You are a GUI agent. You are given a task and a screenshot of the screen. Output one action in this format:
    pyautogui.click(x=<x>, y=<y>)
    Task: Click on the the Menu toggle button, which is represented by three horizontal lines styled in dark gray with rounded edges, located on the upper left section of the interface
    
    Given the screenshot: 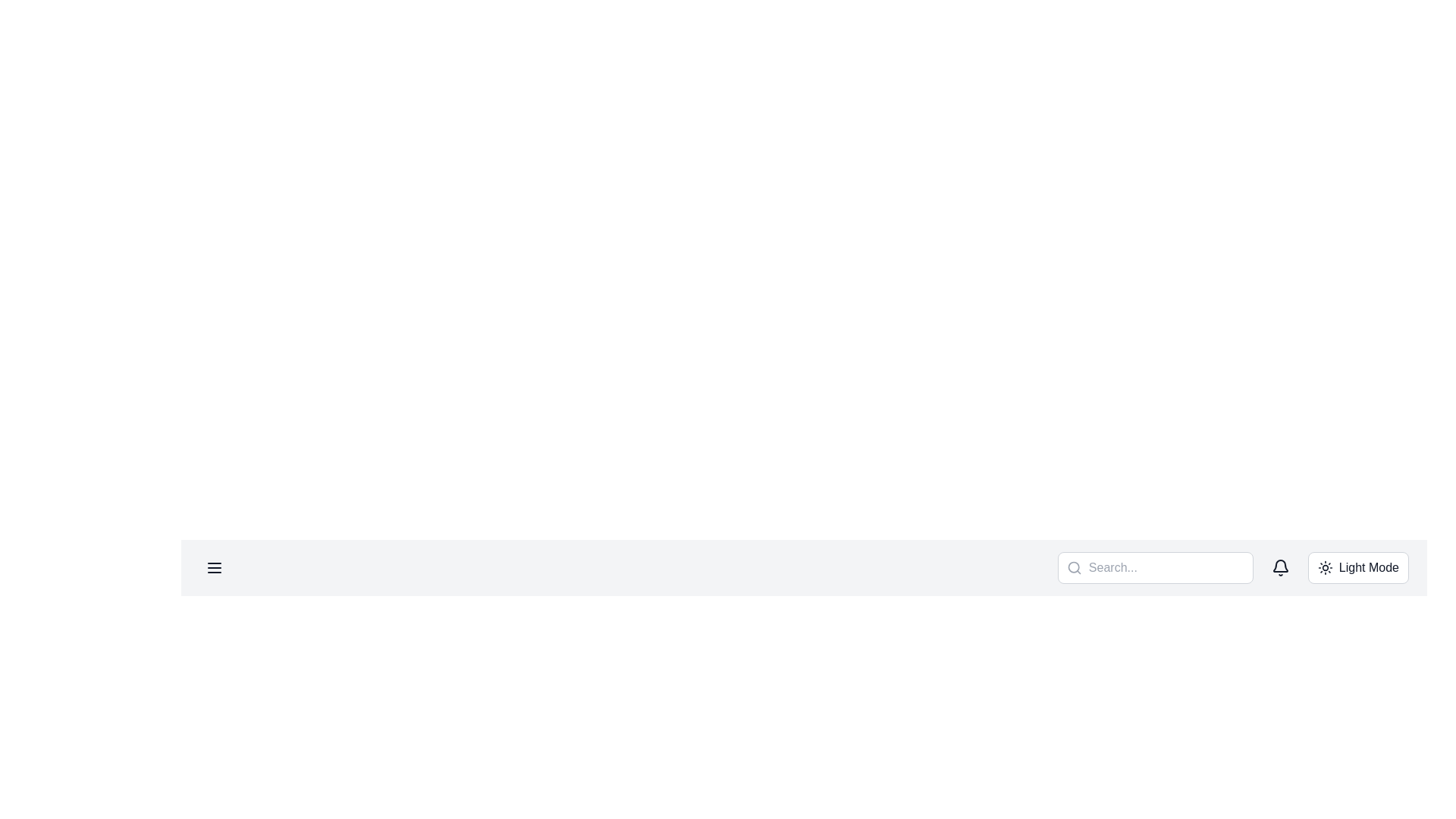 What is the action you would take?
    pyautogui.click(x=214, y=567)
    